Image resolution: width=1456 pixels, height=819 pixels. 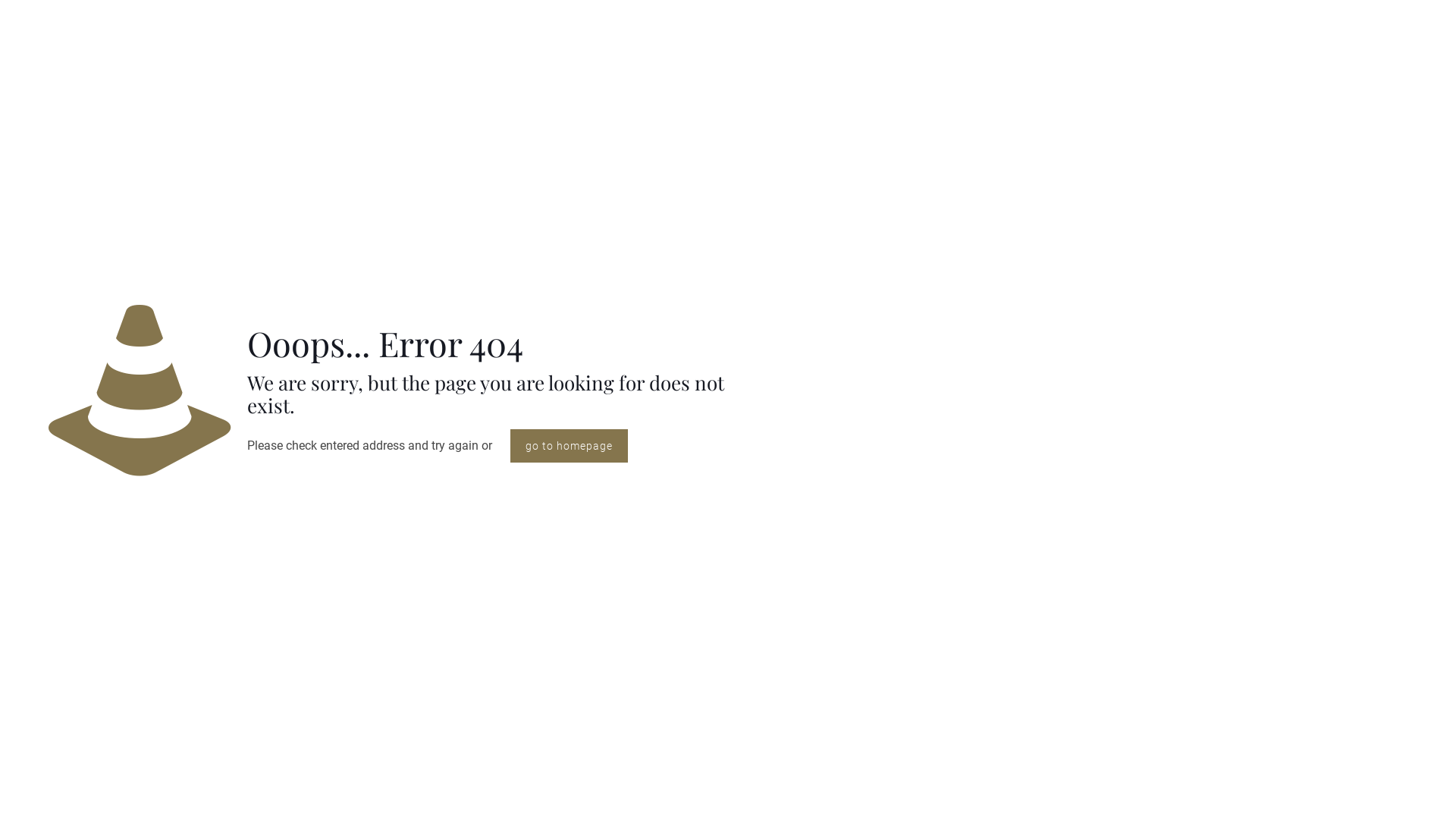 What do you see at coordinates (510, 444) in the screenshot?
I see `'go to homepage'` at bounding box center [510, 444].